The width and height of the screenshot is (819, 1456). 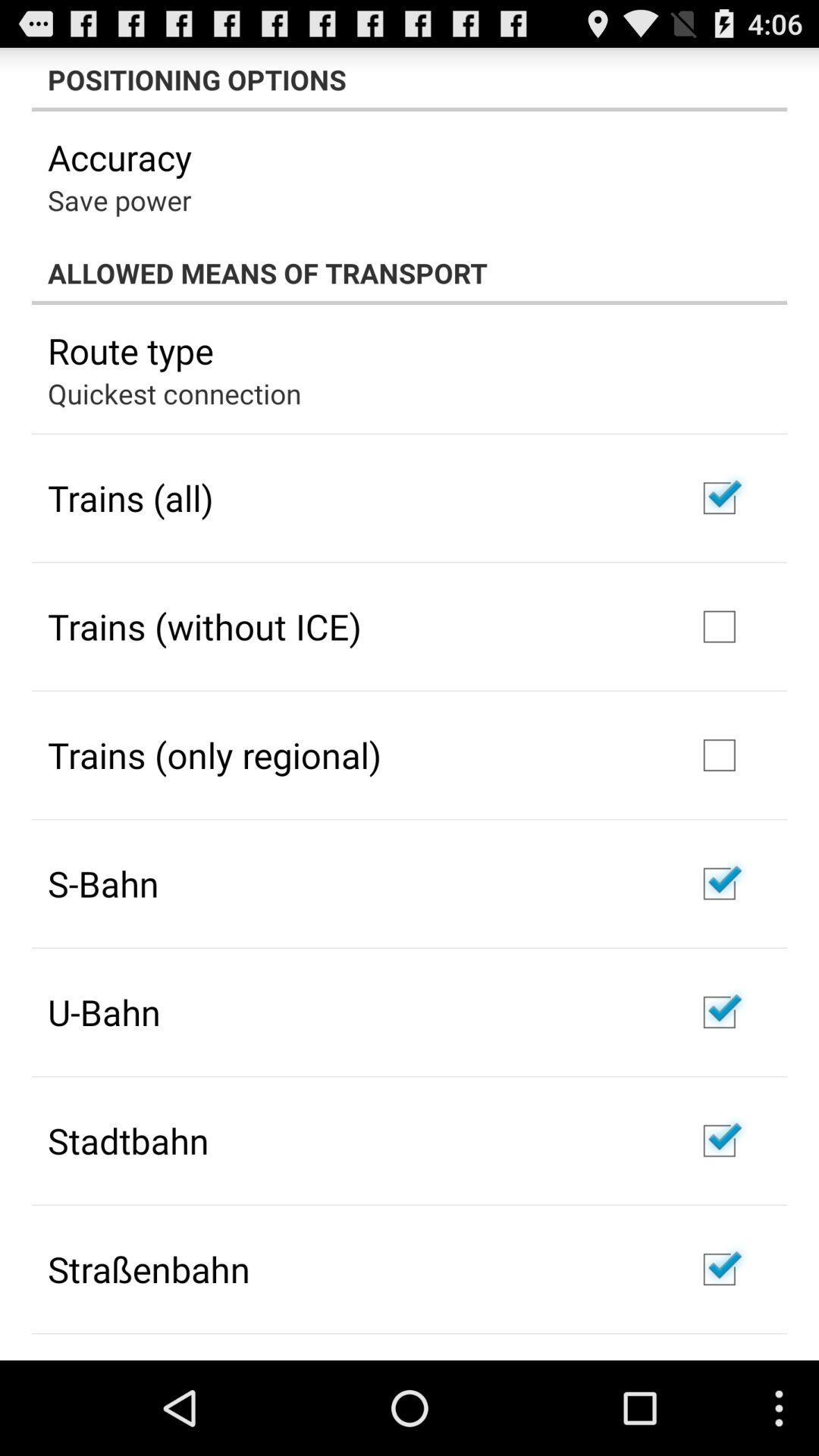 I want to click on quickest connection item, so click(x=174, y=393).